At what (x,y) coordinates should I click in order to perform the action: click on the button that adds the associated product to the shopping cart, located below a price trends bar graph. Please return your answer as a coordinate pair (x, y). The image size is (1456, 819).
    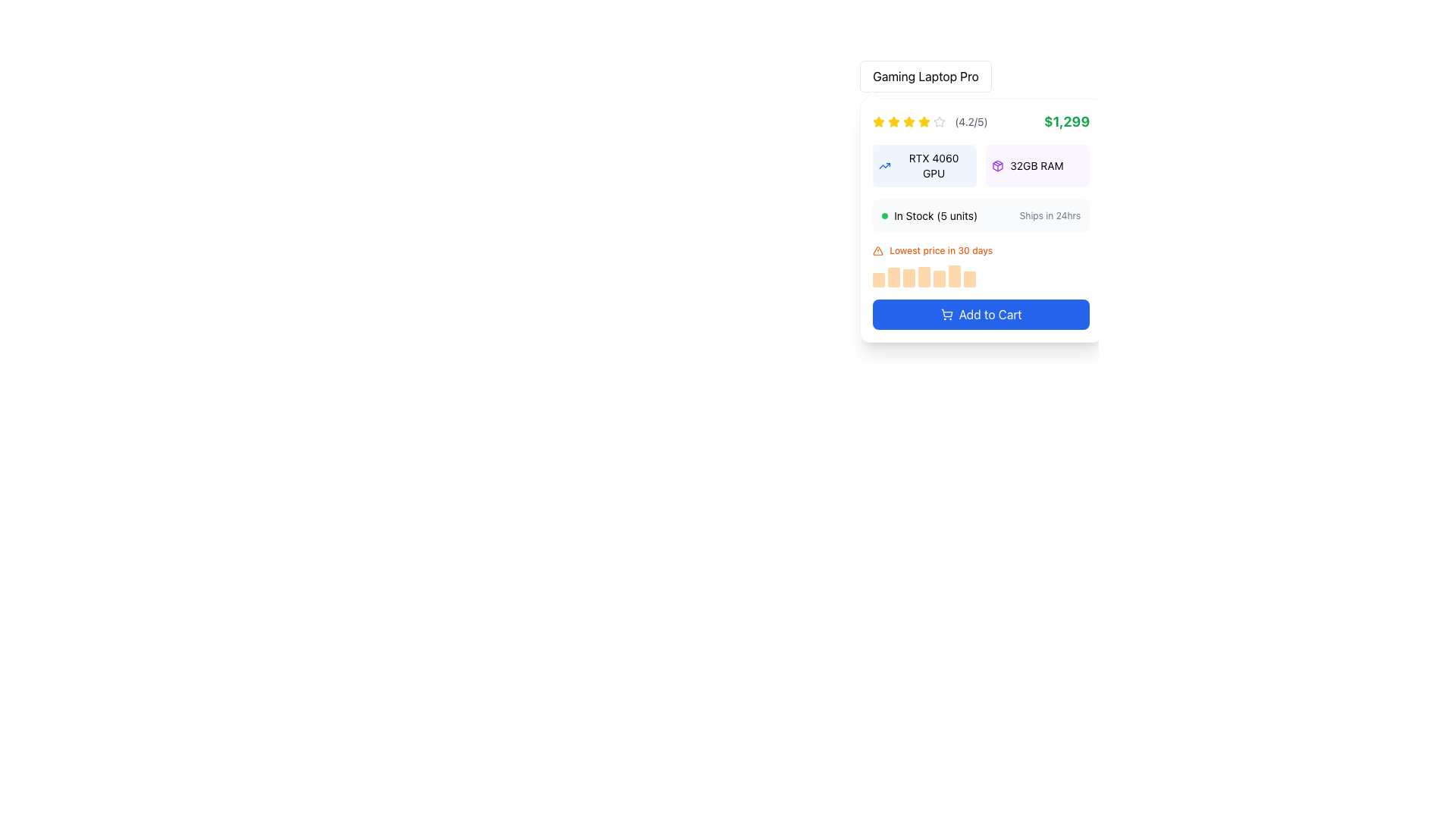
    Looking at the image, I should click on (981, 314).